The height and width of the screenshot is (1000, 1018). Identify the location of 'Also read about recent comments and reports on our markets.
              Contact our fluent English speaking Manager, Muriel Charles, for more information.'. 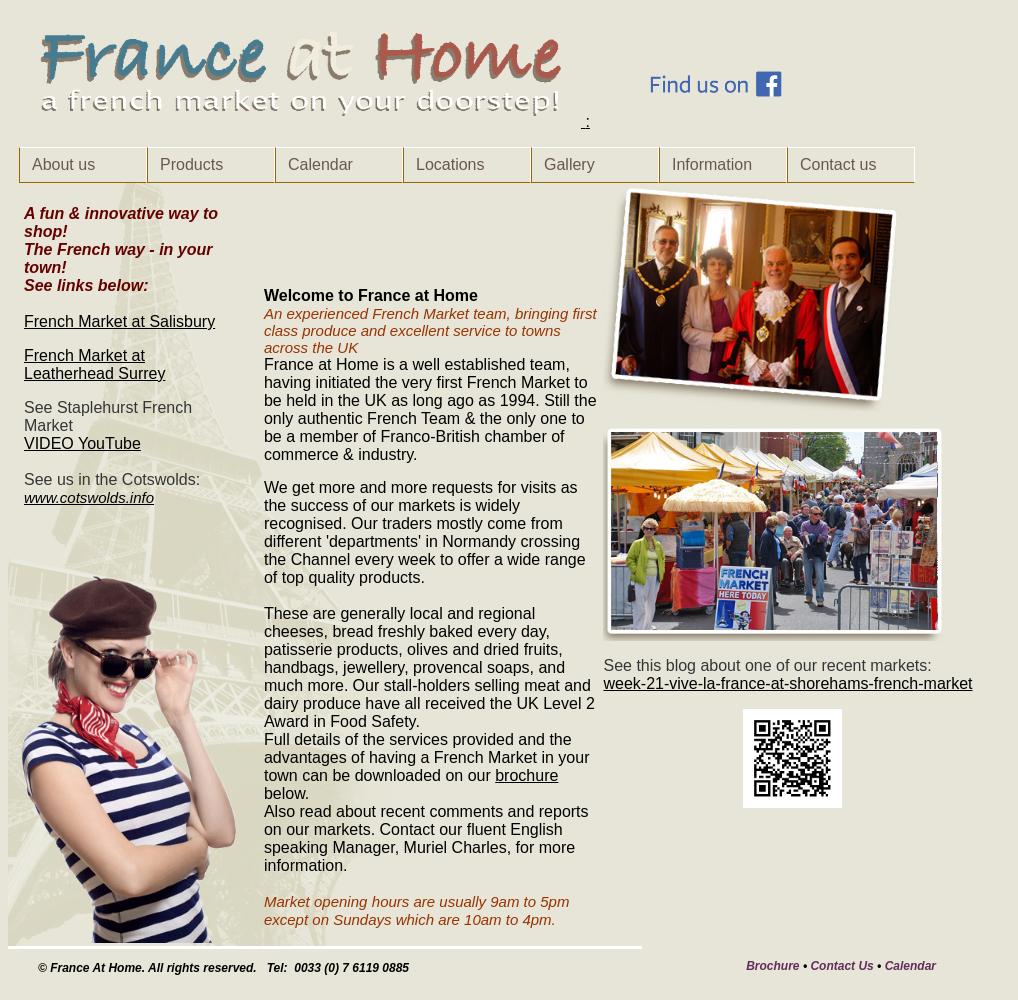
(424, 837).